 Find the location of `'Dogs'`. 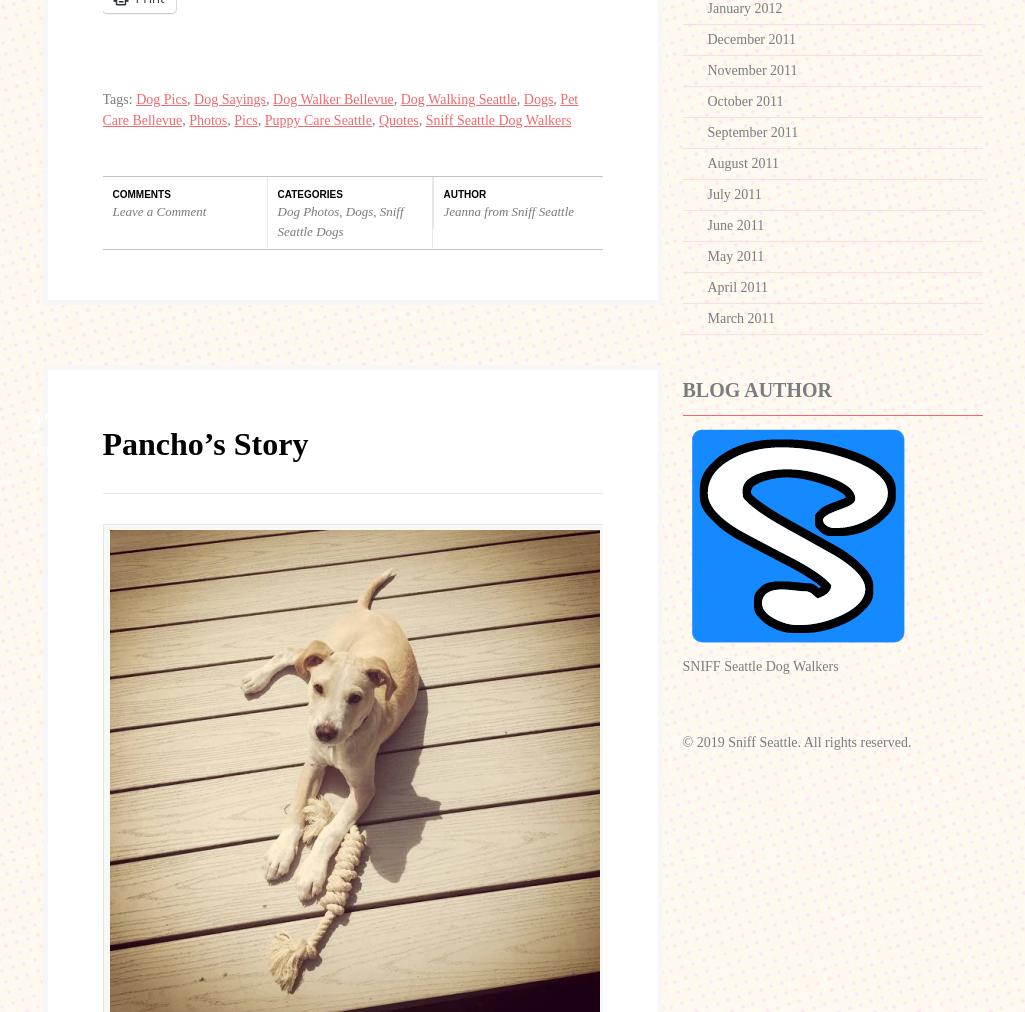

'Dogs' is located at coordinates (537, 98).